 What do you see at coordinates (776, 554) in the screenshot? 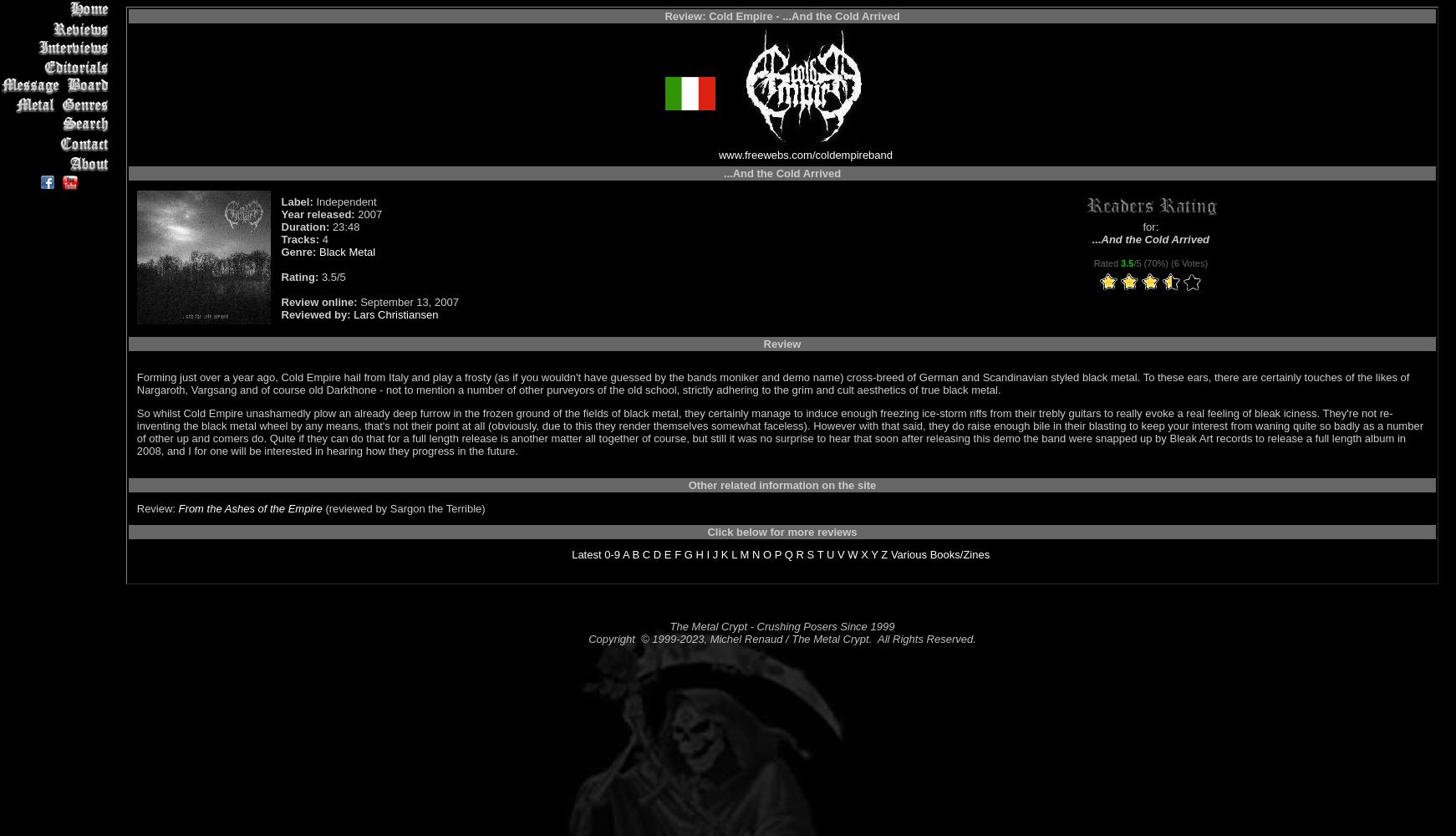
I see `'P'` at bounding box center [776, 554].